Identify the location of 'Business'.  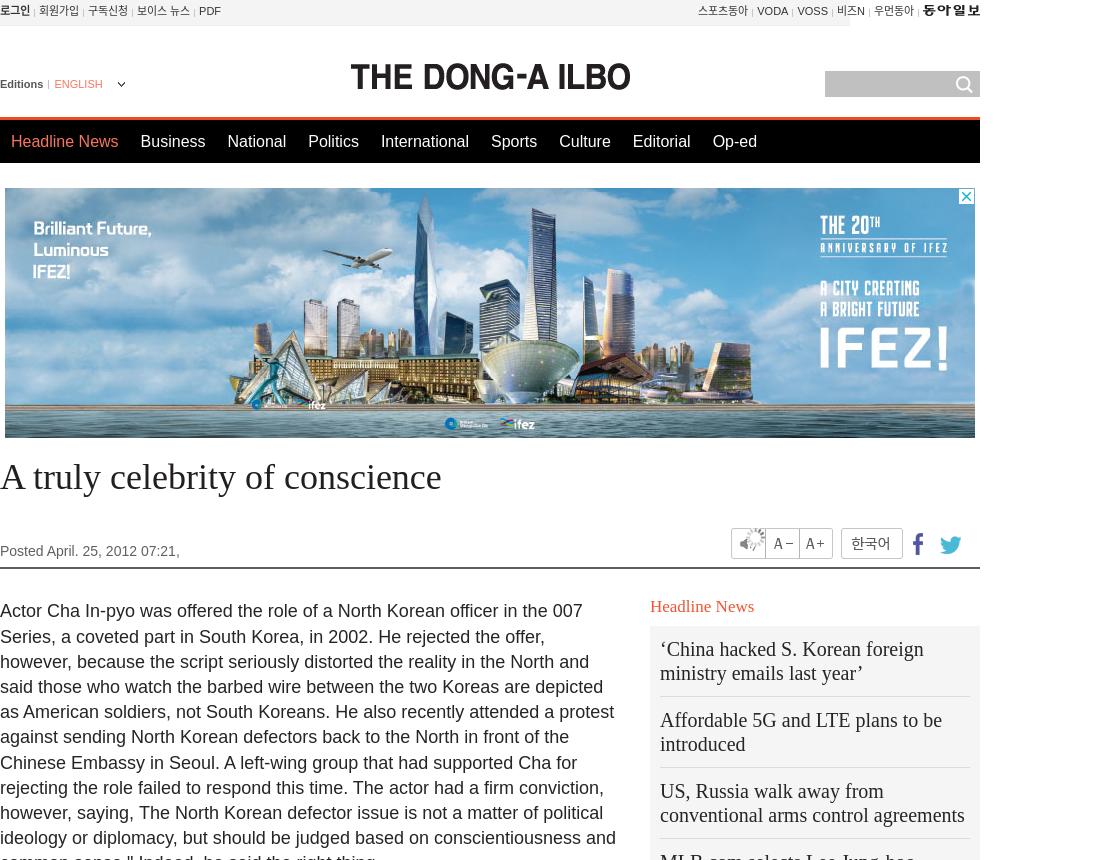
(139, 141).